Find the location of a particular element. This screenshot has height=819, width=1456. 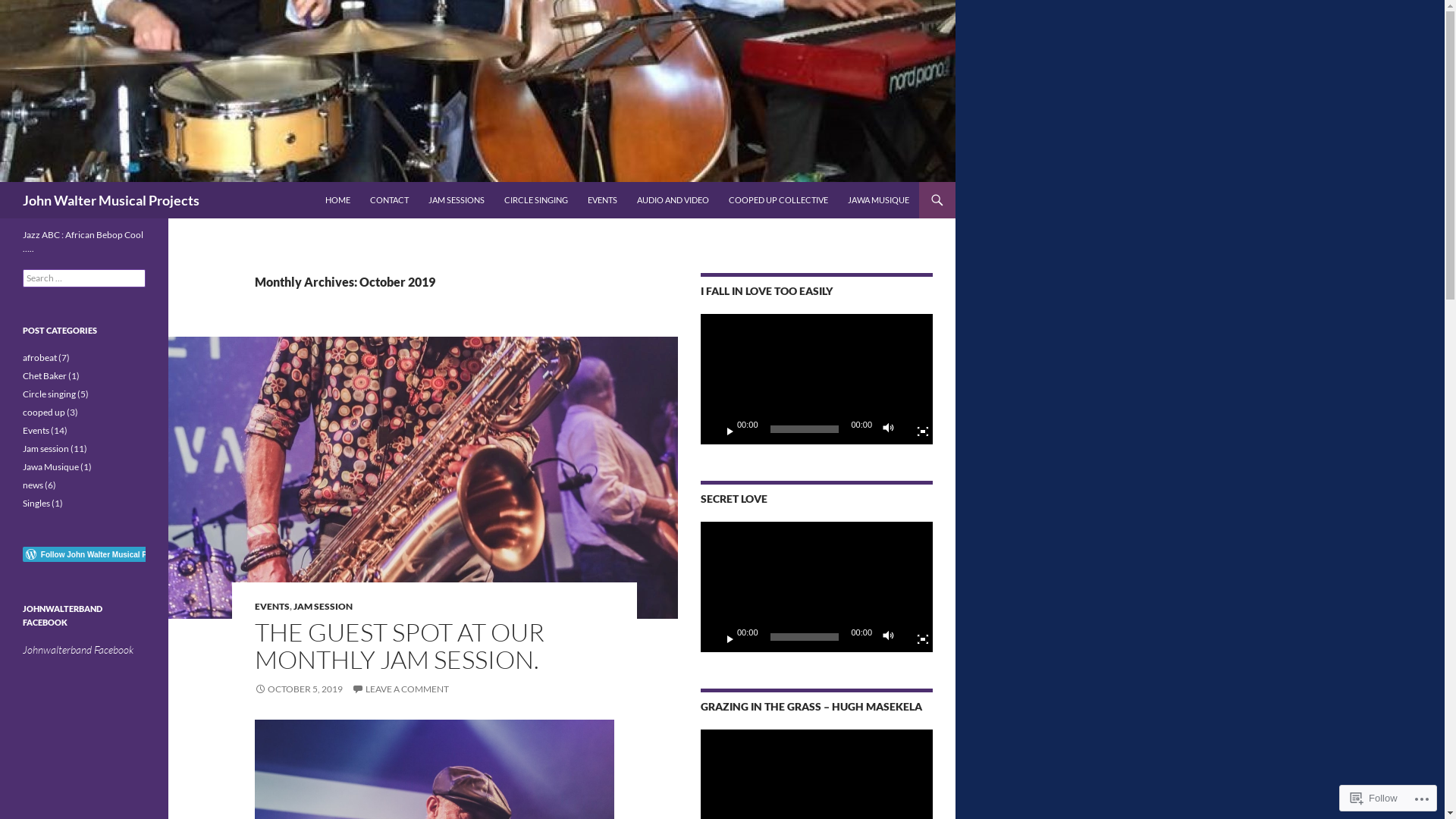

'Search' is located at coordinates (3, 180).